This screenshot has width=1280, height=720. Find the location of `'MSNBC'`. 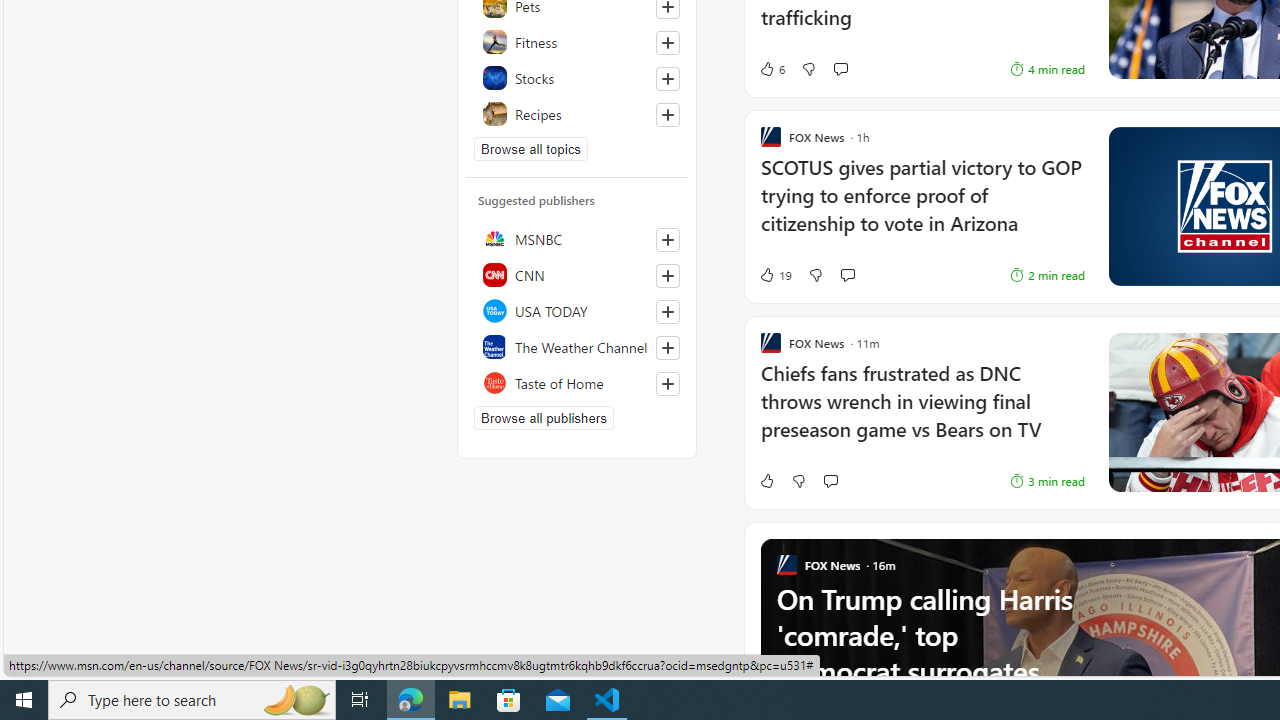

'MSNBC' is located at coordinates (576, 238).